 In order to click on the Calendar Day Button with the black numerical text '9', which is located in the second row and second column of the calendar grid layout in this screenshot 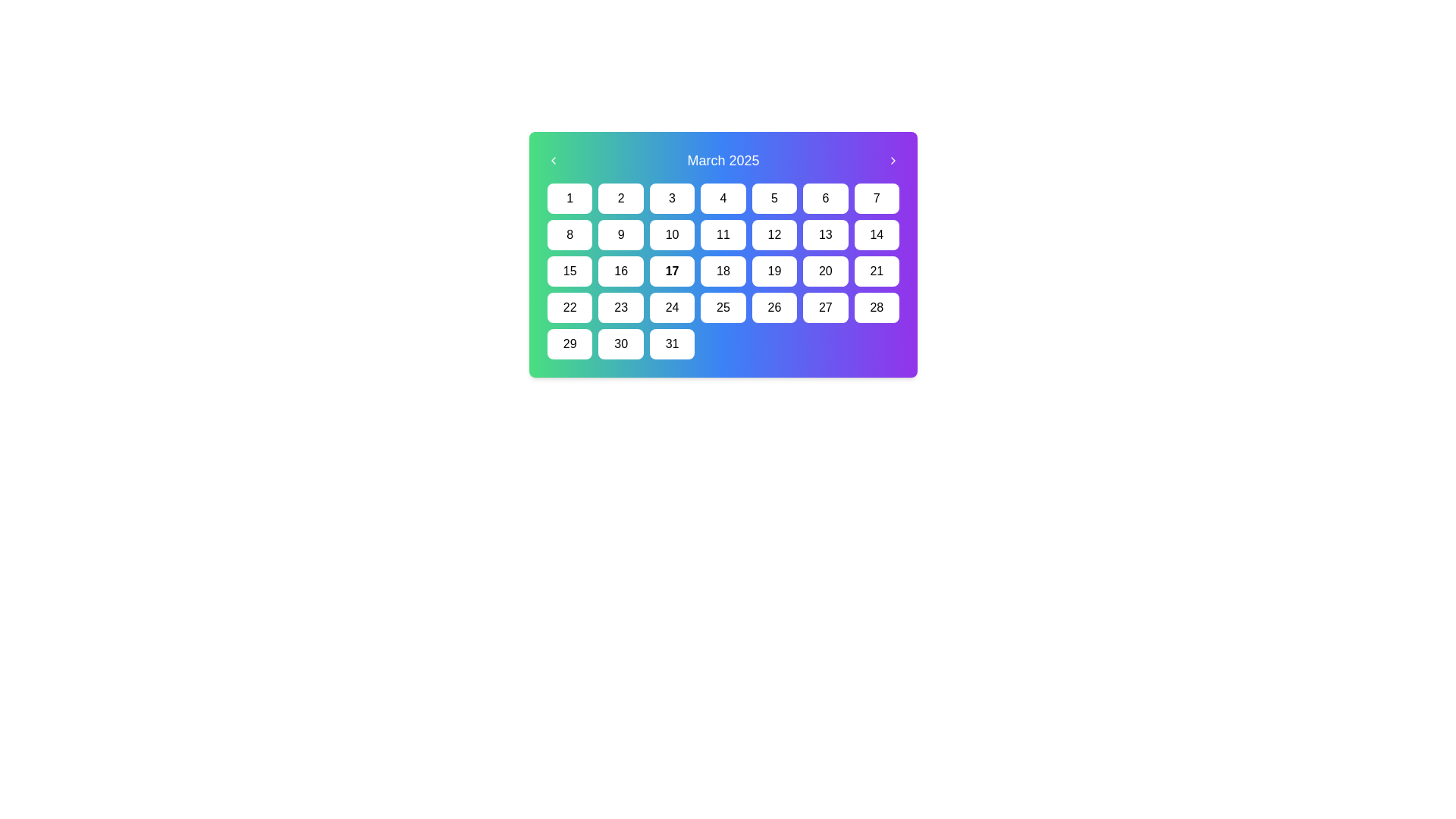, I will do `click(621, 234)`.